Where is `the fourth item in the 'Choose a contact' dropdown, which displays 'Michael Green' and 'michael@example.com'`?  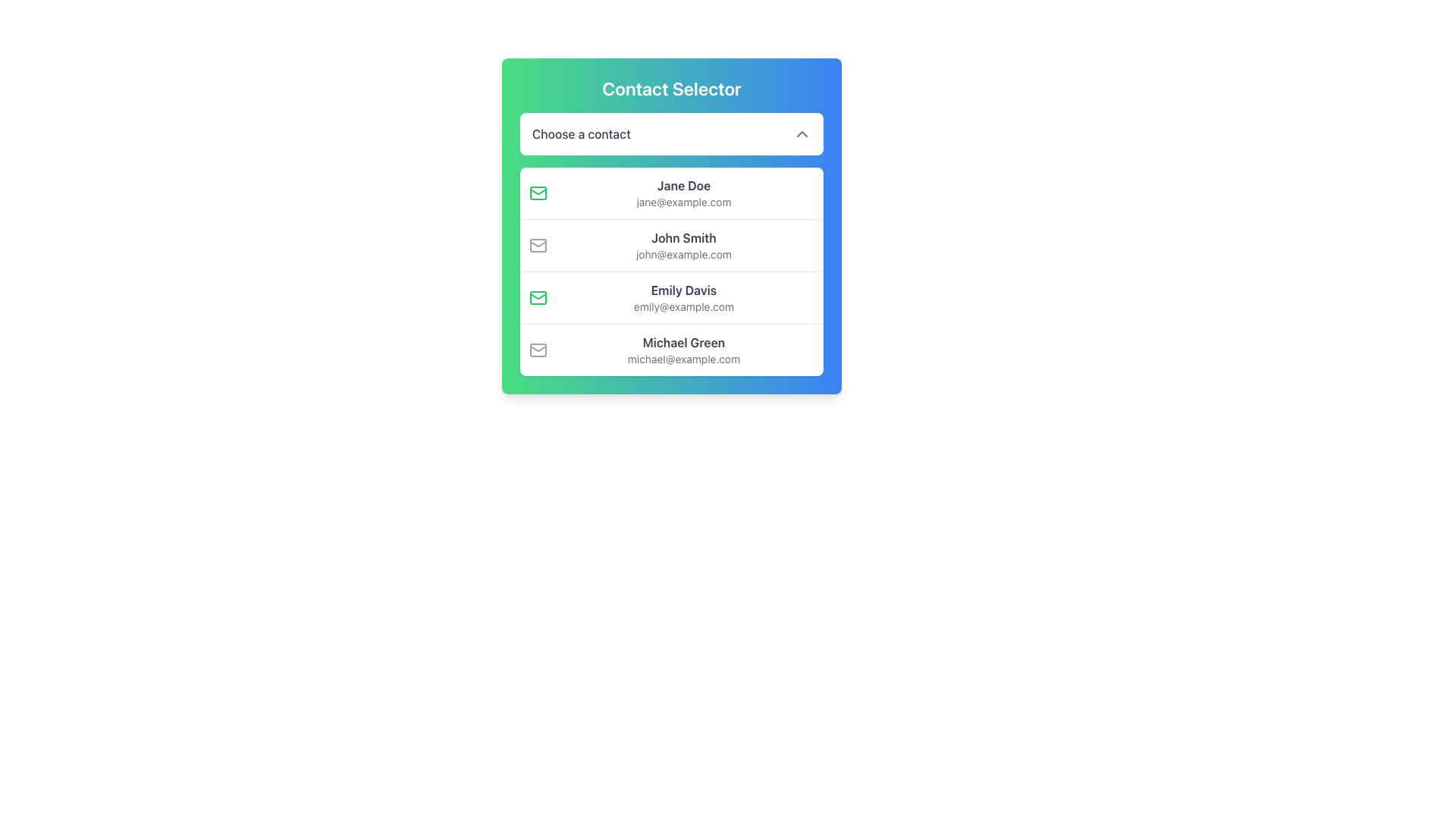
the fourth item in the 'Choose a contact' dropdown, which displays 'Michael Green' and 'michael@example.com' is located at coordinates (683, 350).